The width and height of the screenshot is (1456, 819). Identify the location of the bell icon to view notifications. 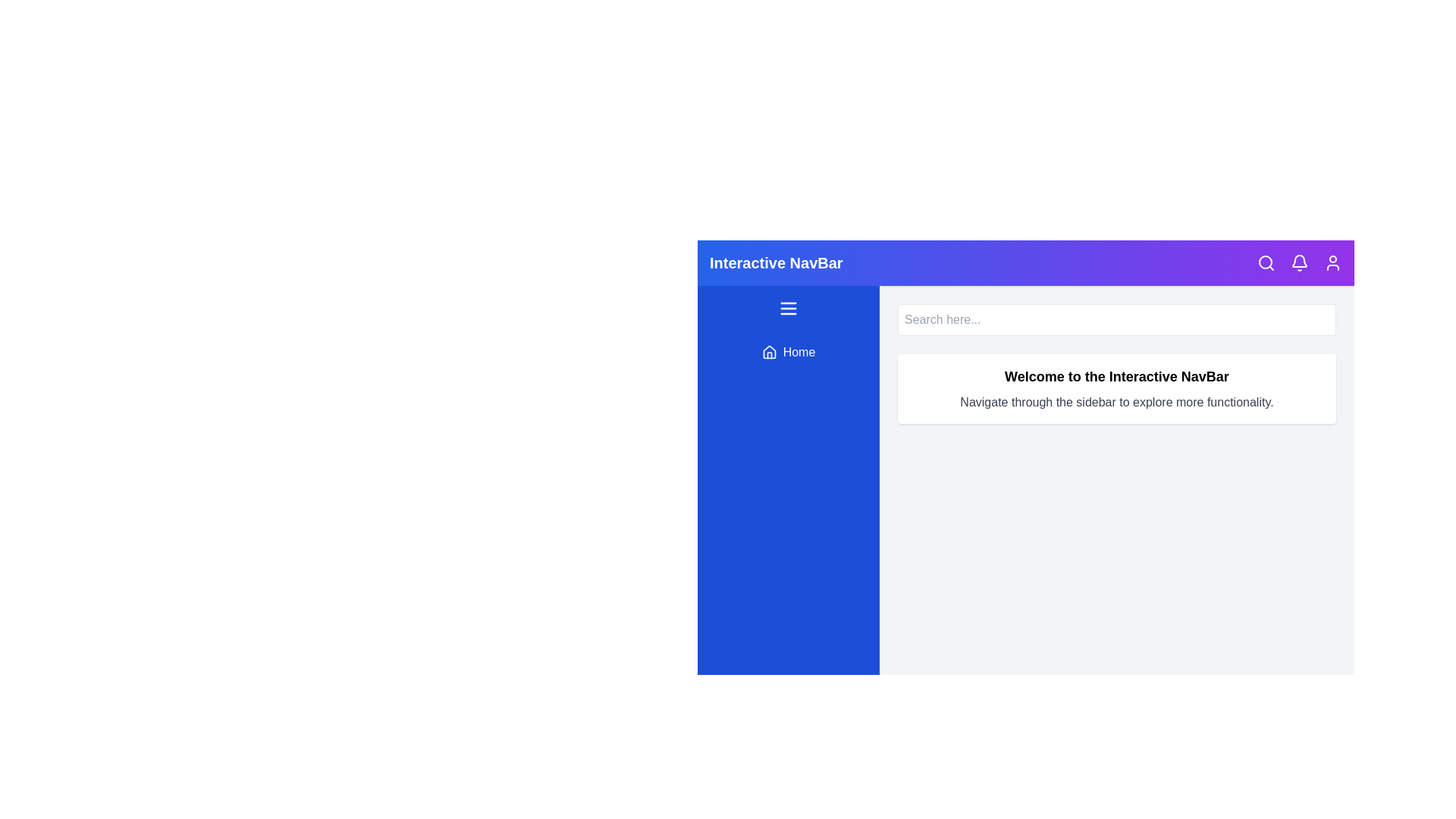
(1298, 262).